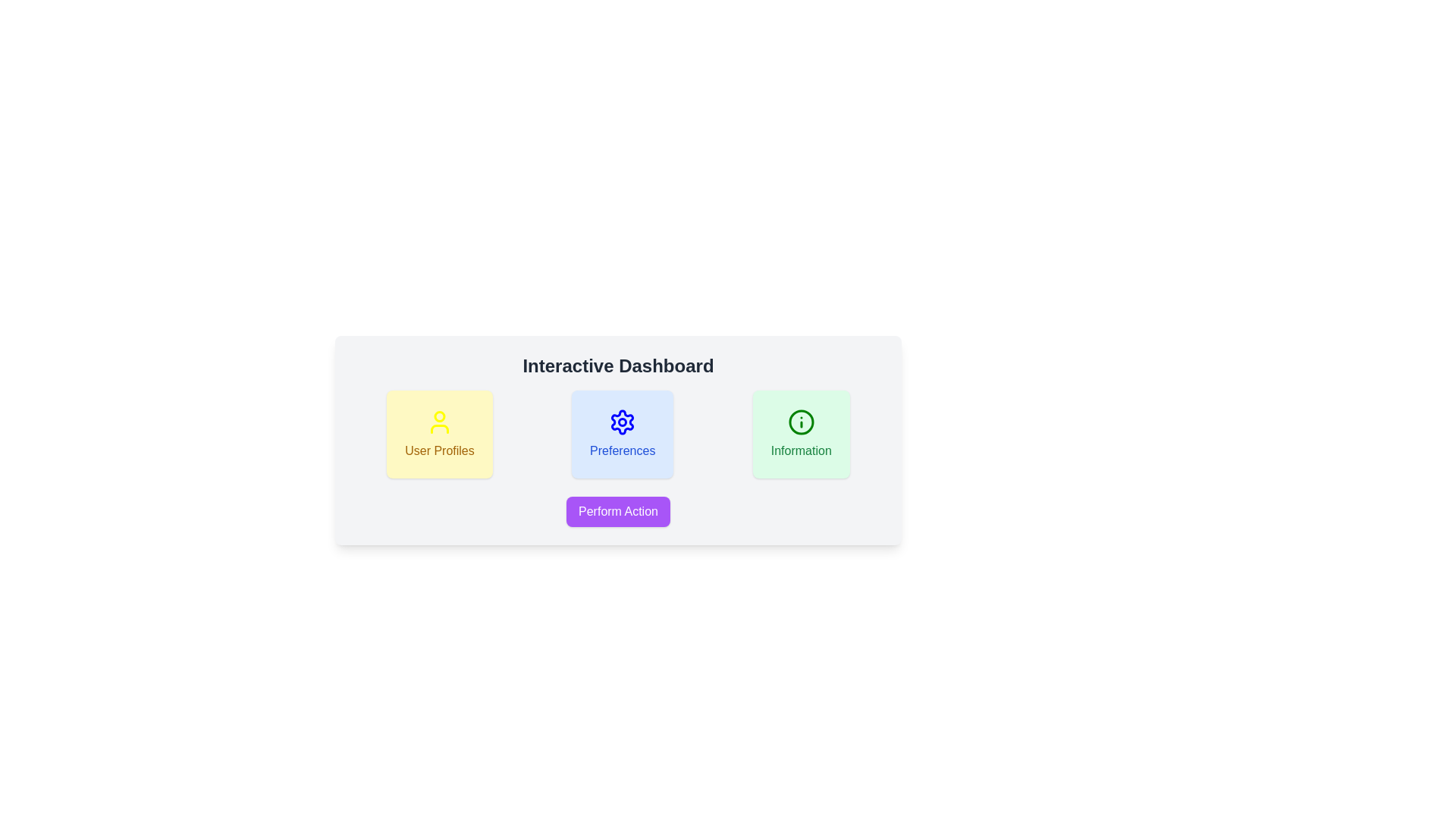 The height and width of the screenshot is (819, 1456). Describe the element at coordinates (439, 422) in the screenshot. I see `the yellow-outlined SVG user profile icon located within the 'User Profiles' section on the left side of the dashboard` at that location.